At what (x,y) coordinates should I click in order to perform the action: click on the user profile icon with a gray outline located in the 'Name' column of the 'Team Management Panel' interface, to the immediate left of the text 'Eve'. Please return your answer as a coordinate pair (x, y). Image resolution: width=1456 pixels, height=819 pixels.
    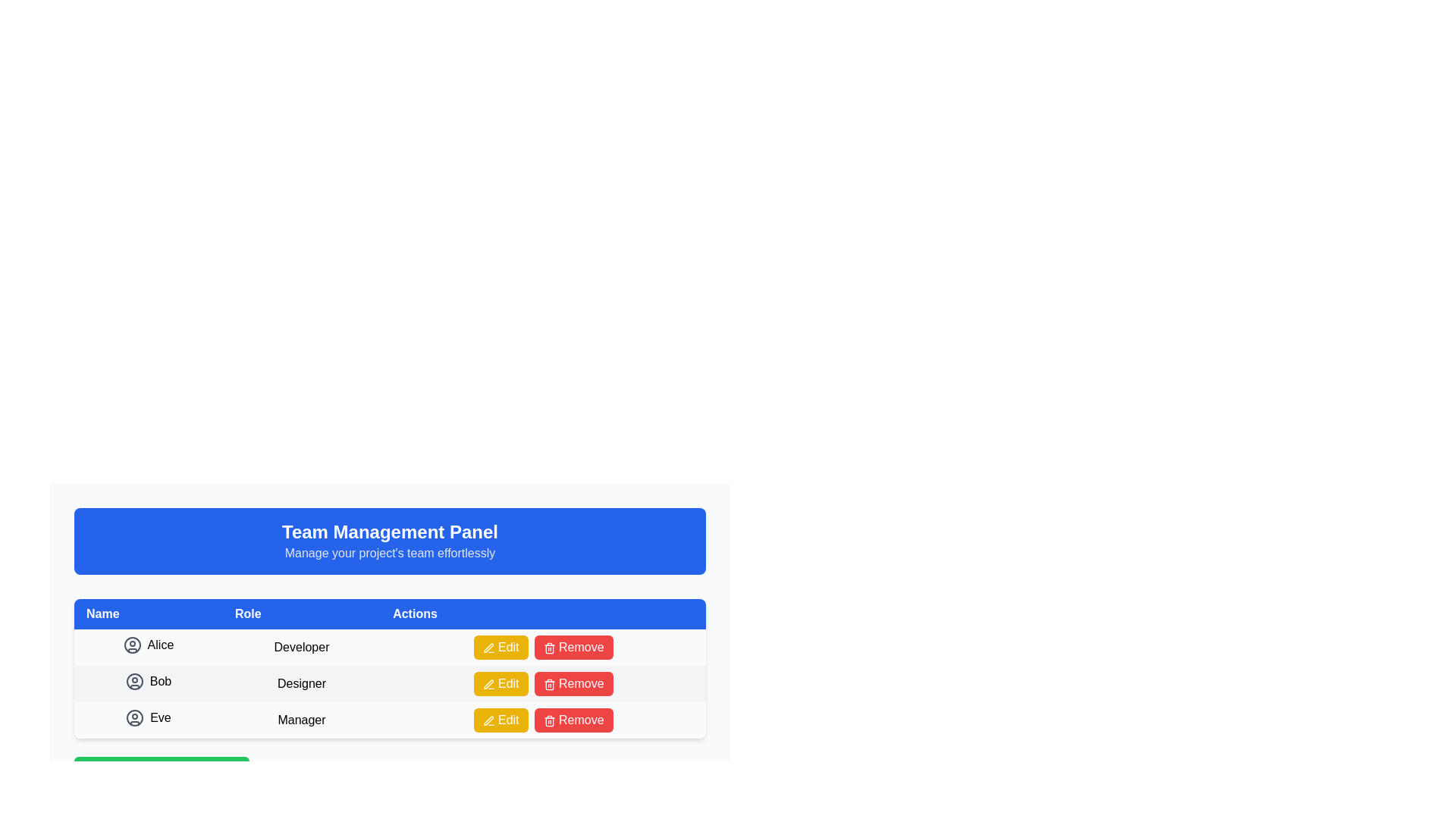
    Looking at the image, I should click on (135, 717).